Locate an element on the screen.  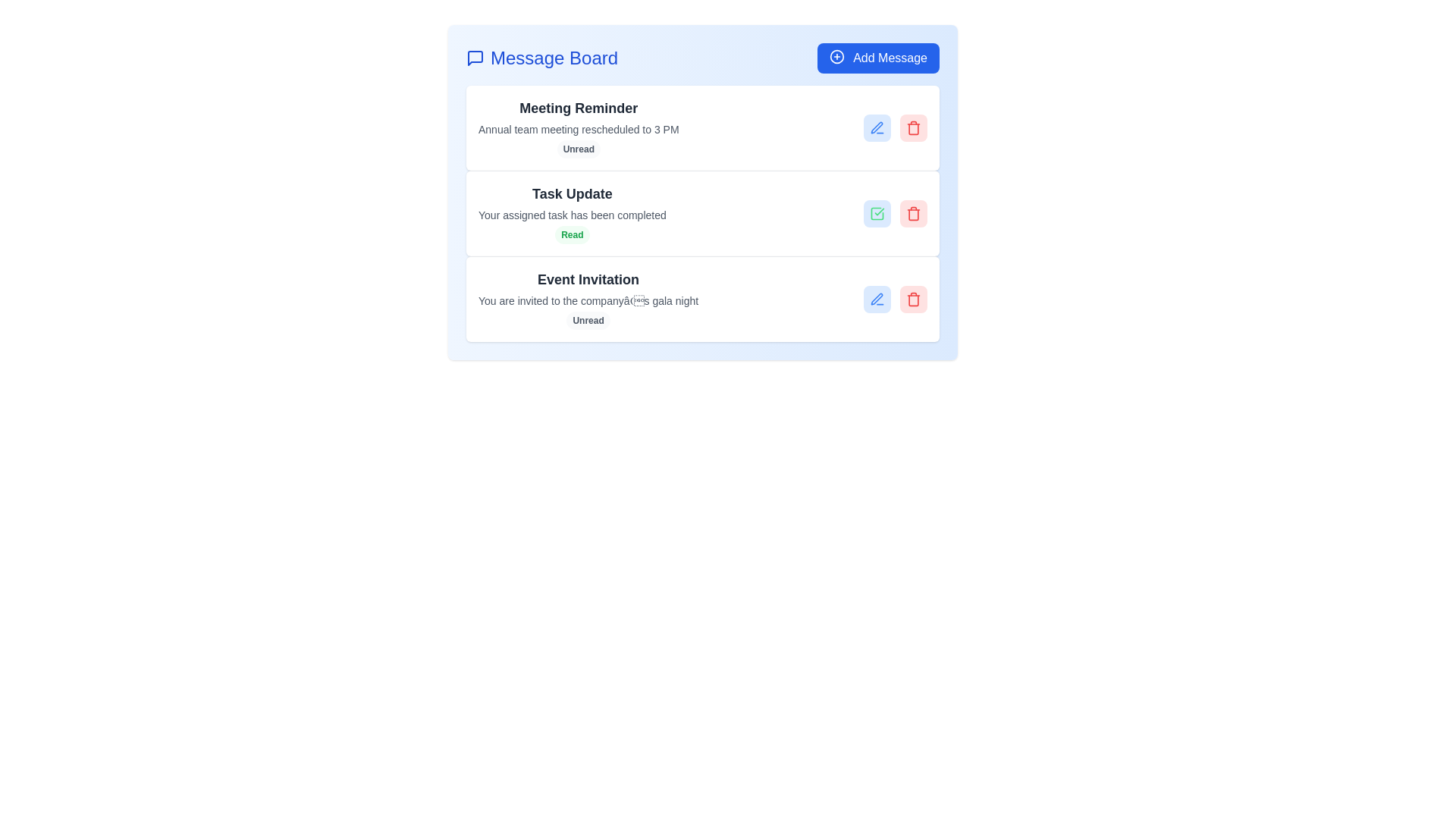
the green square icon with rounded corners containing a checkmark, located in the 'Task Update' row, to the left of the trash icon is located at coordinates (877, 213).